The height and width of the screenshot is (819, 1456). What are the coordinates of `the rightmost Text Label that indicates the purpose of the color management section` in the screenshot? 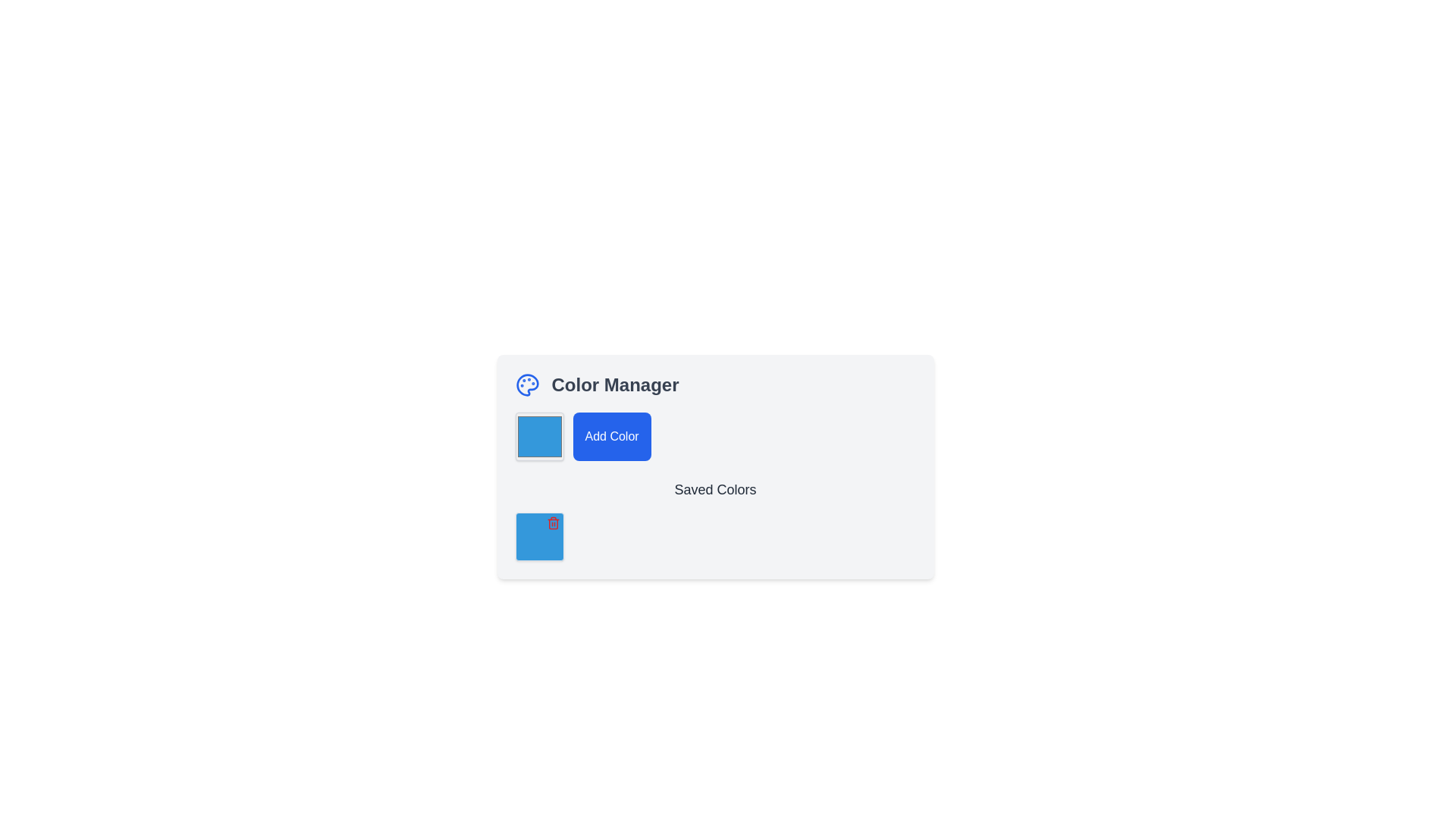 It's located at (615, 384).